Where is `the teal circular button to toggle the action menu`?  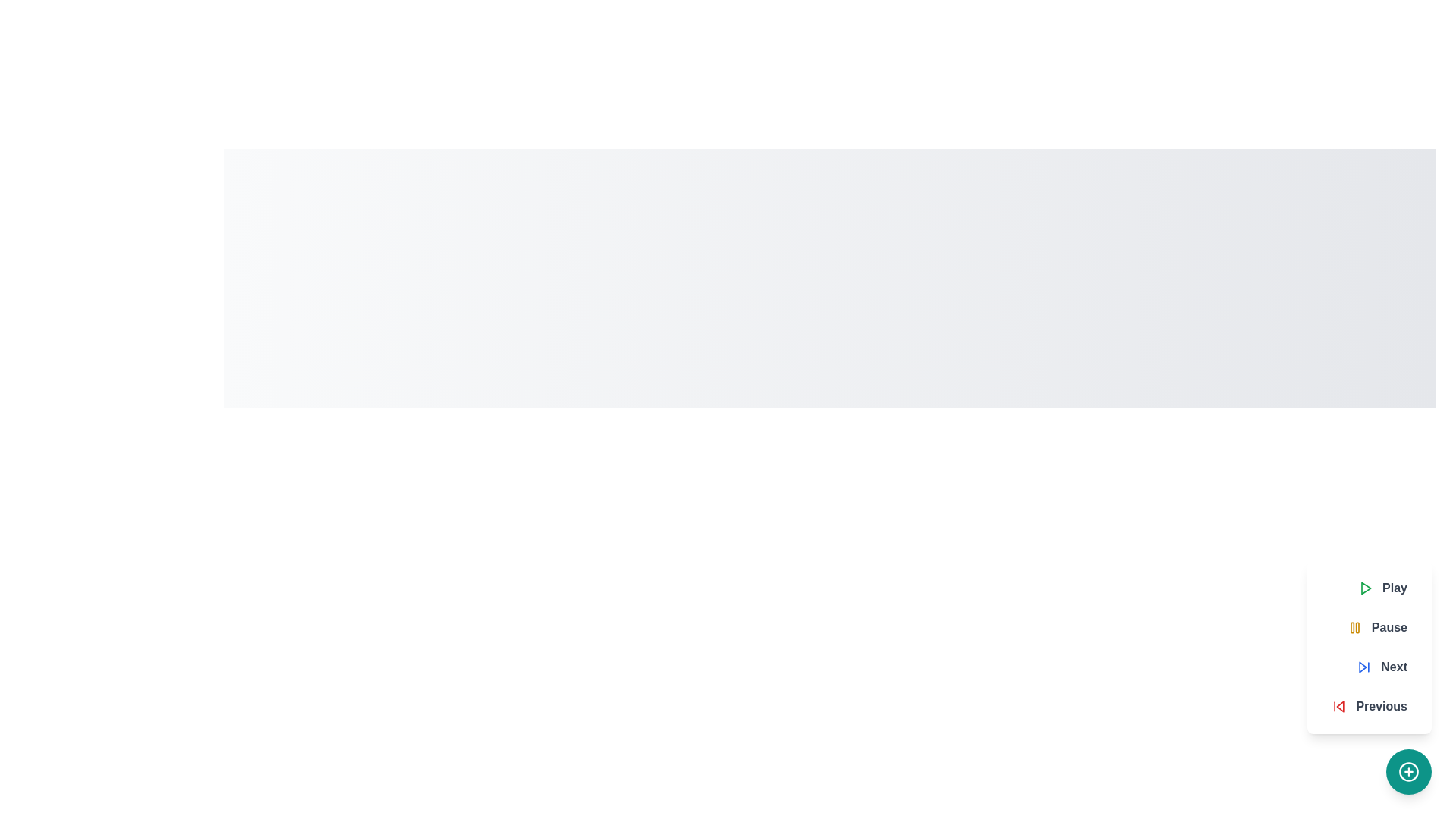 the teal circular button to toggle the action menu is located at coordinates (1407, 772).